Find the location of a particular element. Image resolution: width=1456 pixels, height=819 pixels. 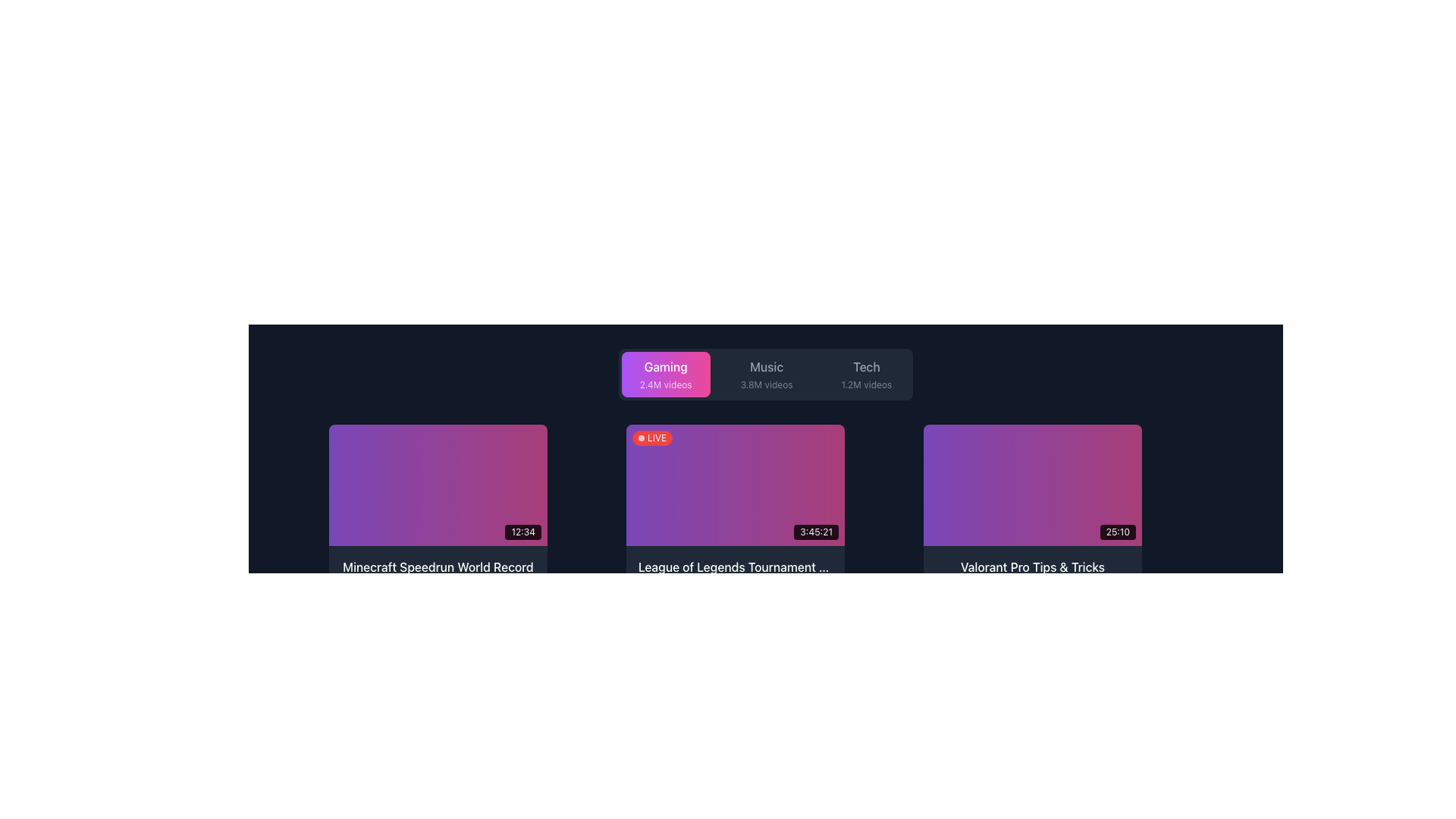

the static text label displaying 'Valorant Pro Tips & Tricks' located at the bottom-center of the video card is located at coordinates (1032, 567).